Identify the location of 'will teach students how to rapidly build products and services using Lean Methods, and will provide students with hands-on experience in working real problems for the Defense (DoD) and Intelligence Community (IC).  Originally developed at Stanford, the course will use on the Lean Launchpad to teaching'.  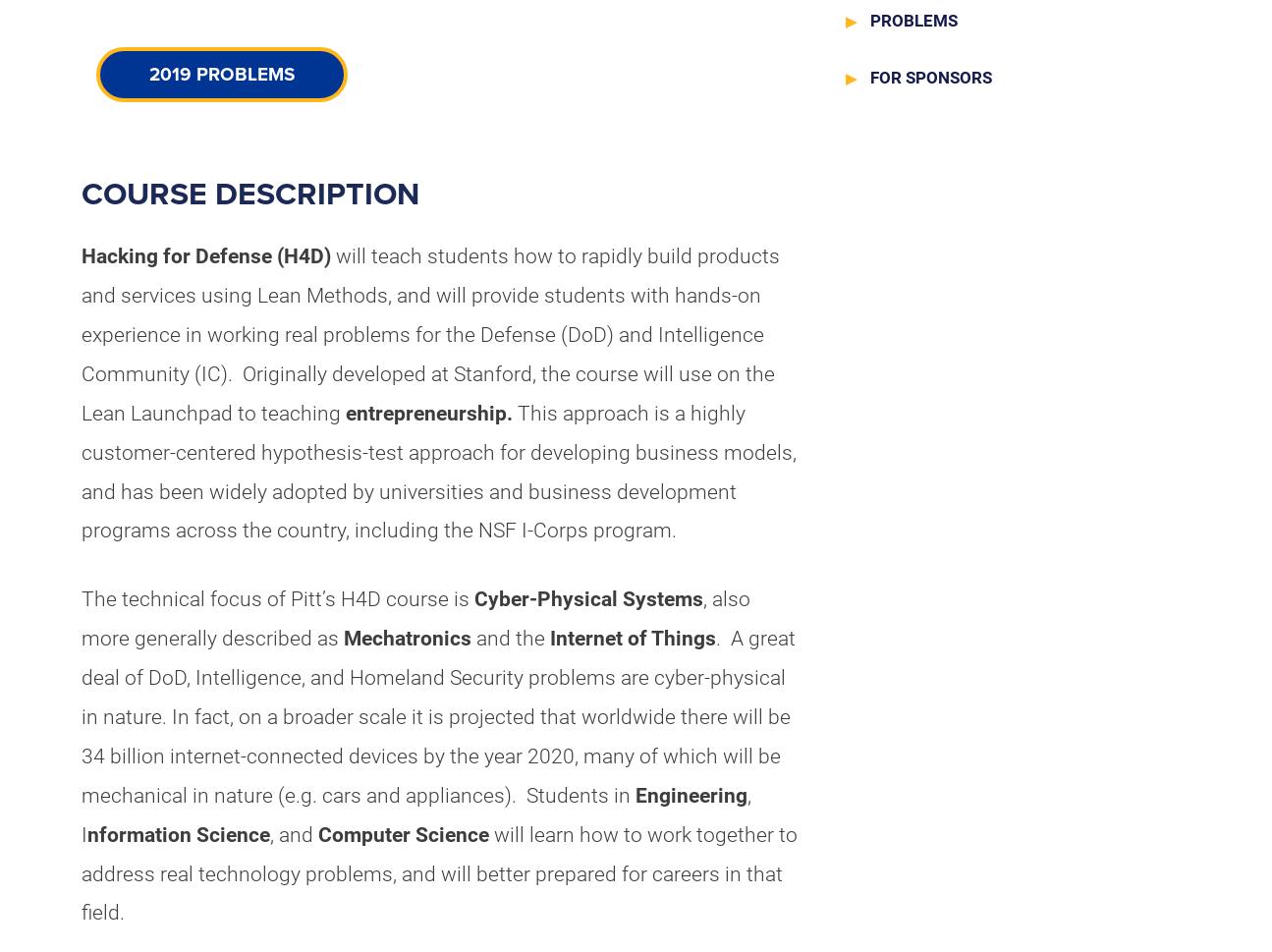
(428, 333).